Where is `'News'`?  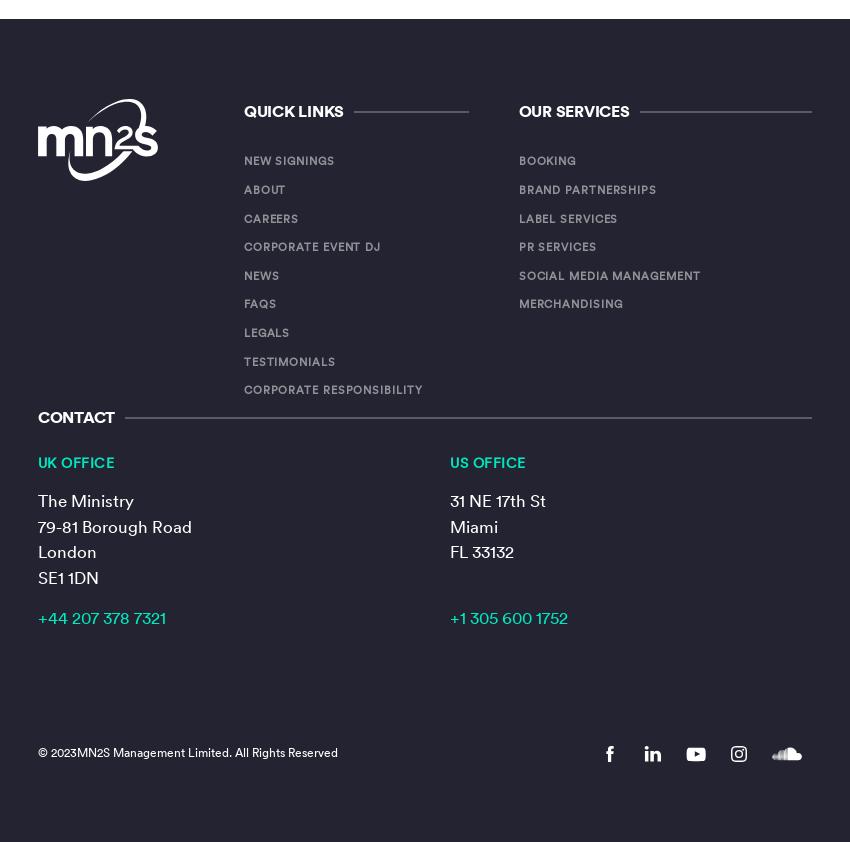
'News' is located at coordinates (243, 274).